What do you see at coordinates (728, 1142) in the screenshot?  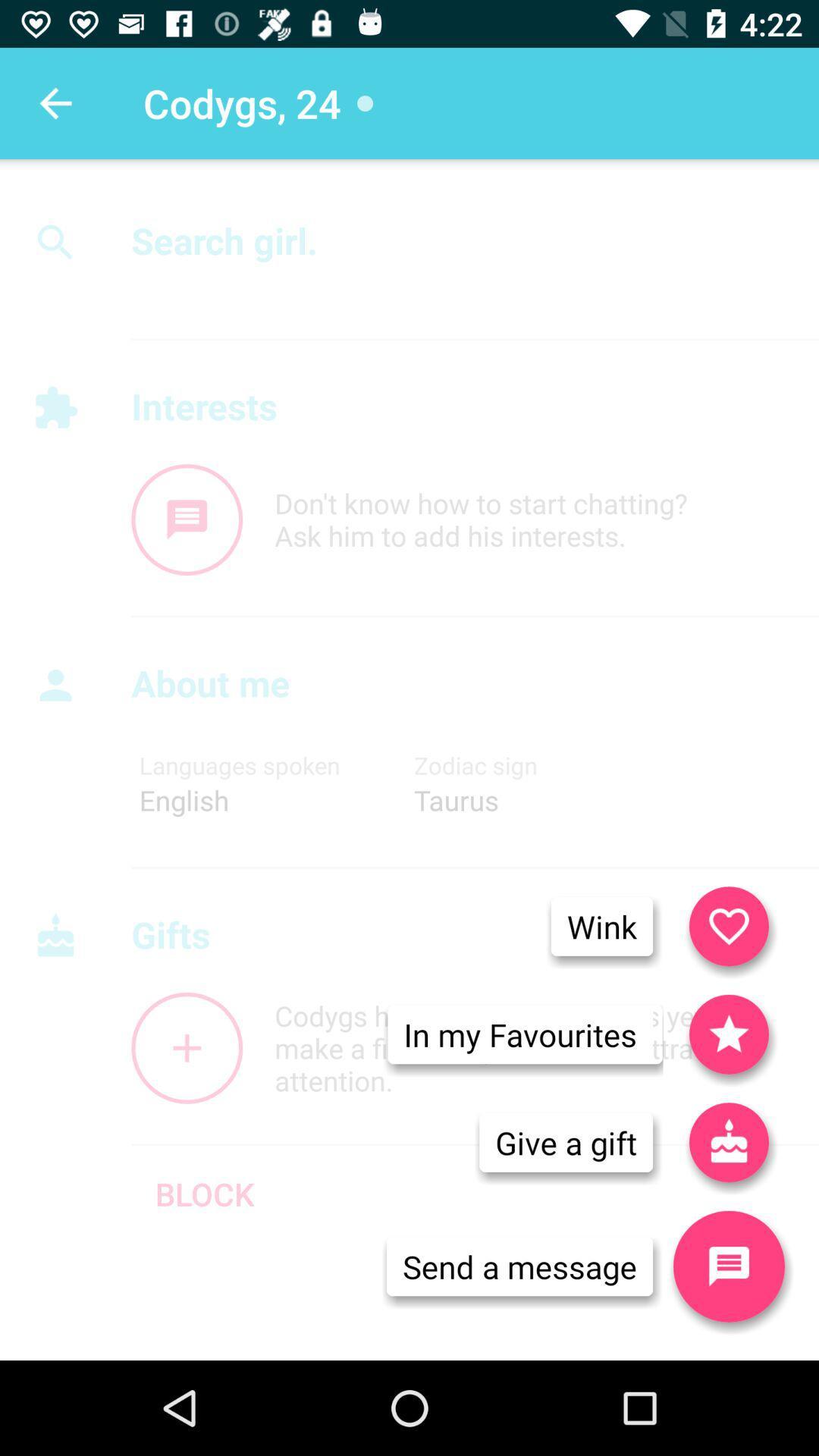 I see `the gift icon` at bounding box center [728, 1142].